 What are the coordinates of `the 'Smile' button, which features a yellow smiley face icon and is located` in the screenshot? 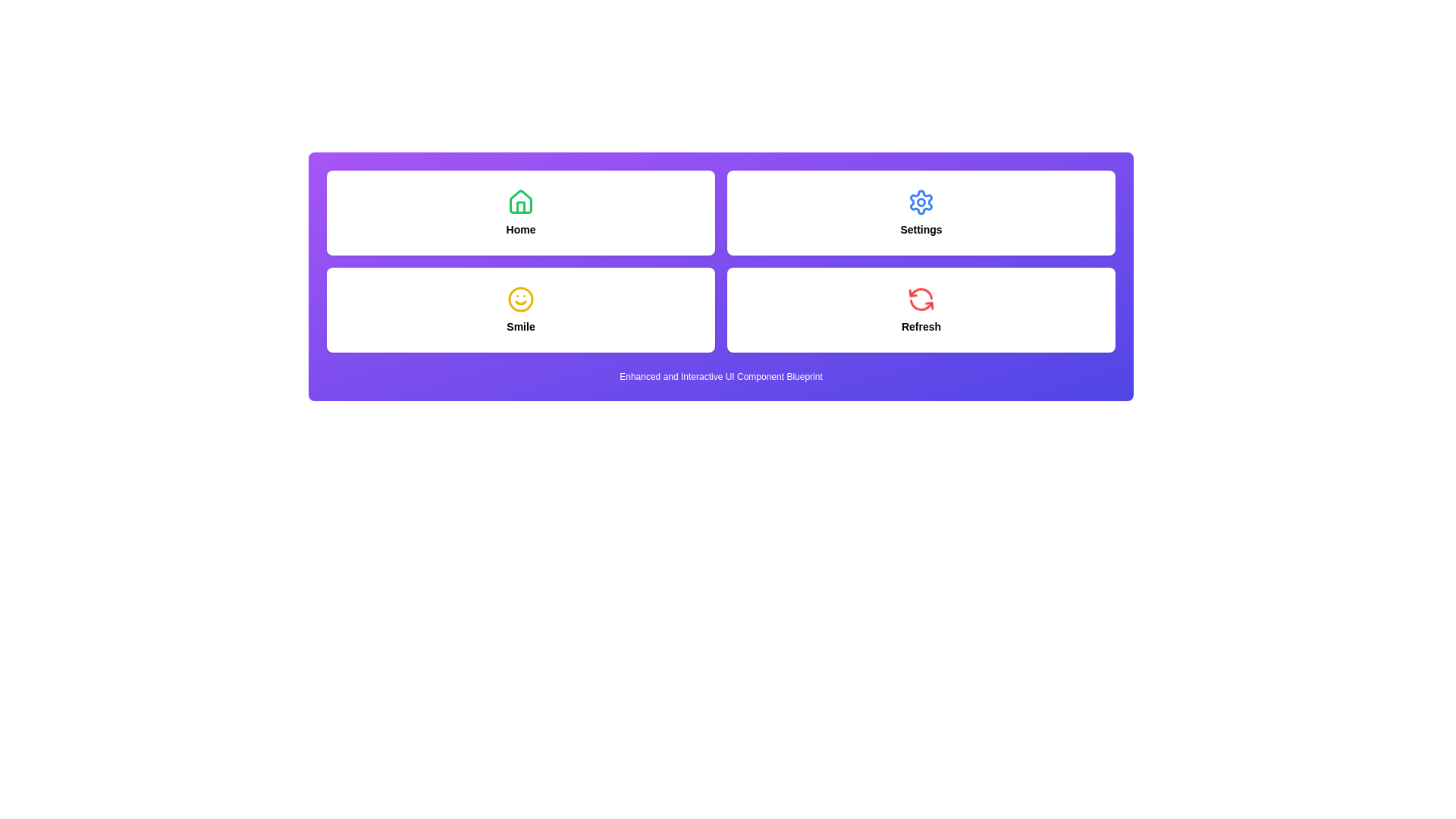 It's located at (520, 309).